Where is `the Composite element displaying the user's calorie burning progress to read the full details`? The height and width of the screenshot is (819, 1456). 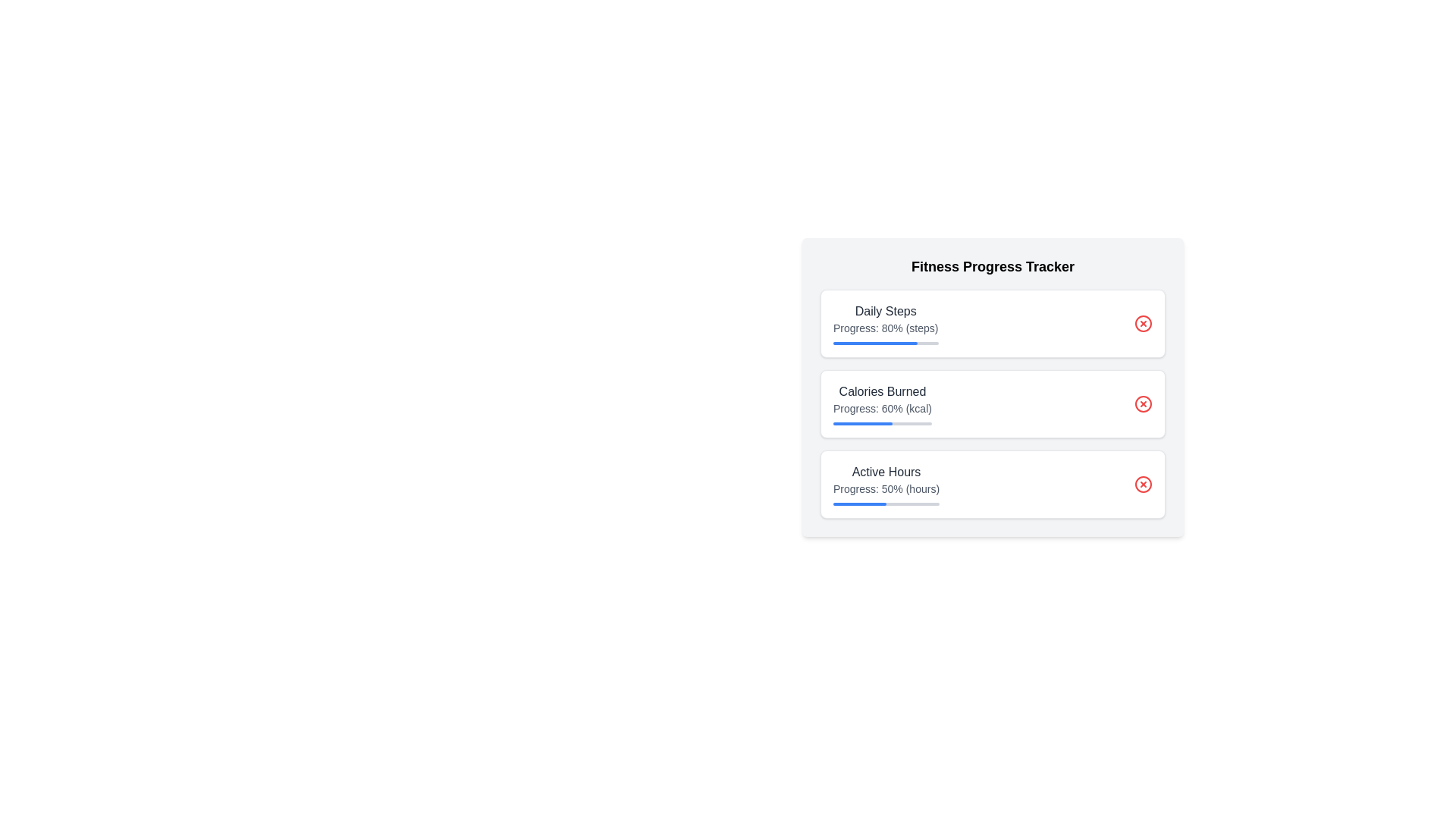
the Composite element displaying the user's calorie burning progress to read the full details is located at coordinates (882, 403).